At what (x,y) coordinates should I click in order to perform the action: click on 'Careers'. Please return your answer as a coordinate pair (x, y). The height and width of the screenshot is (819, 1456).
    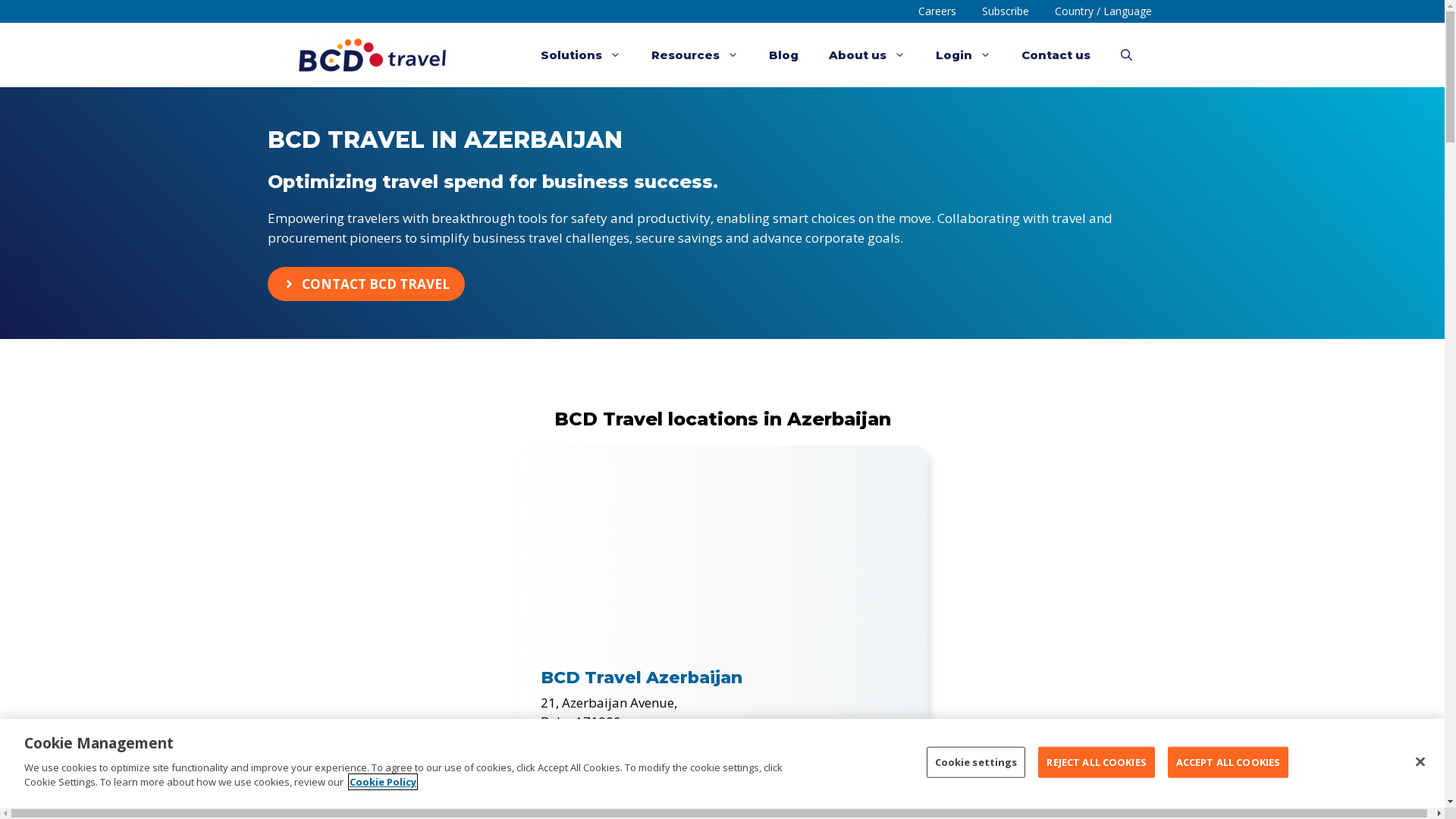
    Looking at the image, I should click on (905, 11).